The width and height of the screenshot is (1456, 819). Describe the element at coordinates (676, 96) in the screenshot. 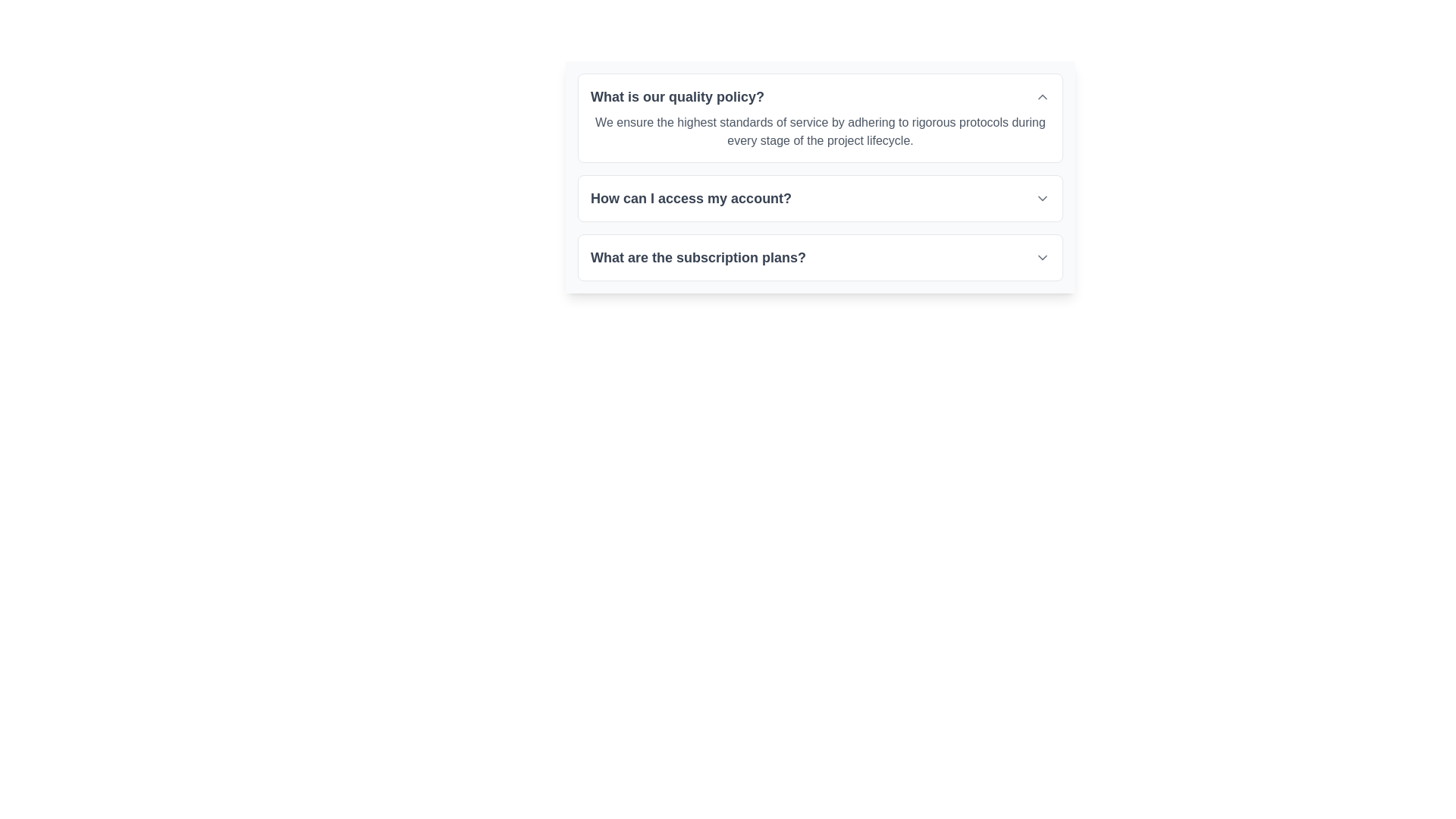

I see `the text header displaying the question 'What is our quality policy?' which is styled prominently and acts as an expandable section header` at that location.